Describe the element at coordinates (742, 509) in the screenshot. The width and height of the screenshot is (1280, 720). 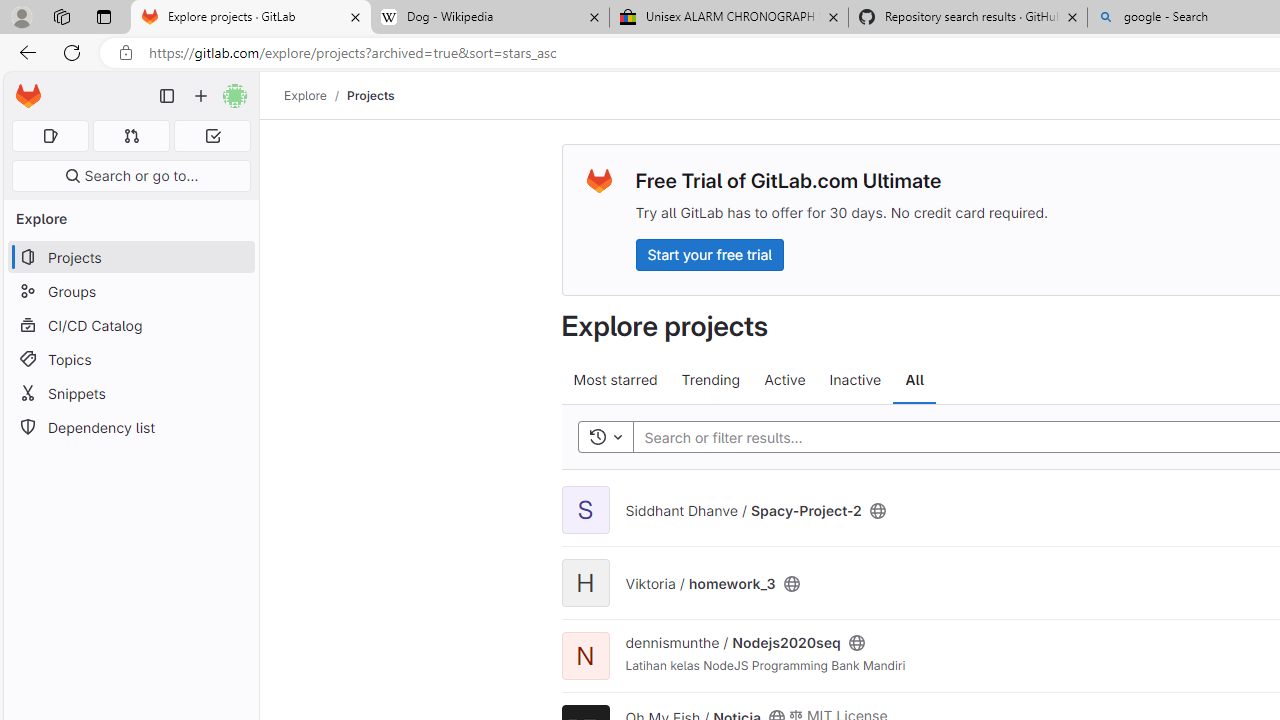
I see `'Siddhant Dhanve / Spacy-Project-2'` at that location.